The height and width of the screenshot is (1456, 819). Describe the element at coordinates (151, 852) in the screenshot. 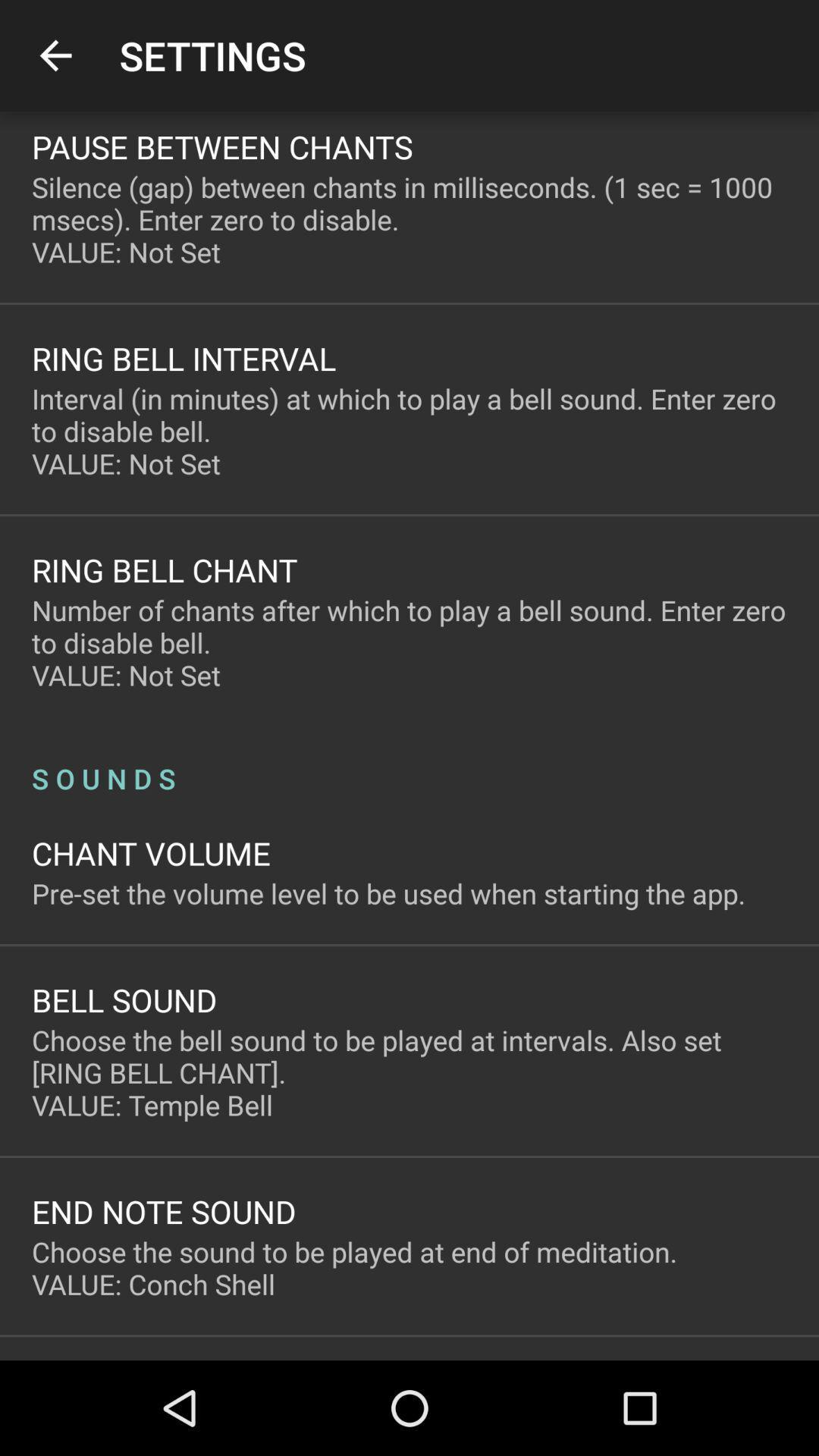

I see `item above the pre set the` at that location.